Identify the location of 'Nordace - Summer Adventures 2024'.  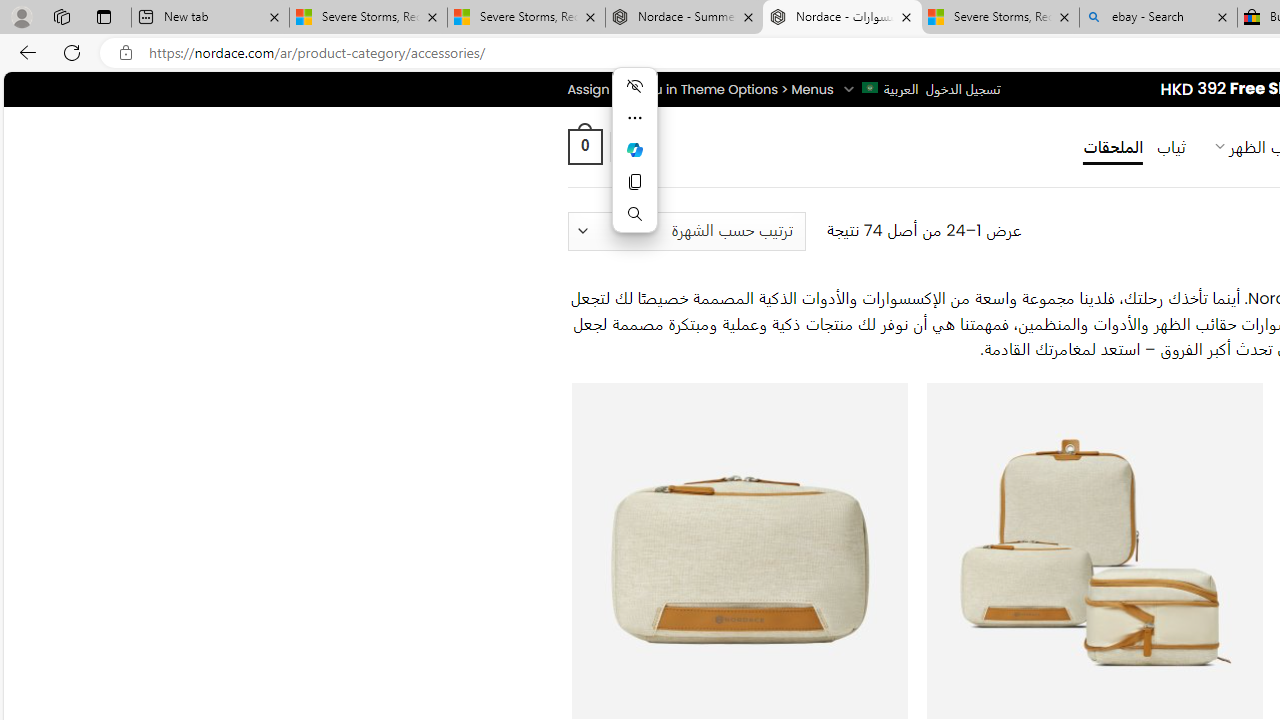
(684, 17).